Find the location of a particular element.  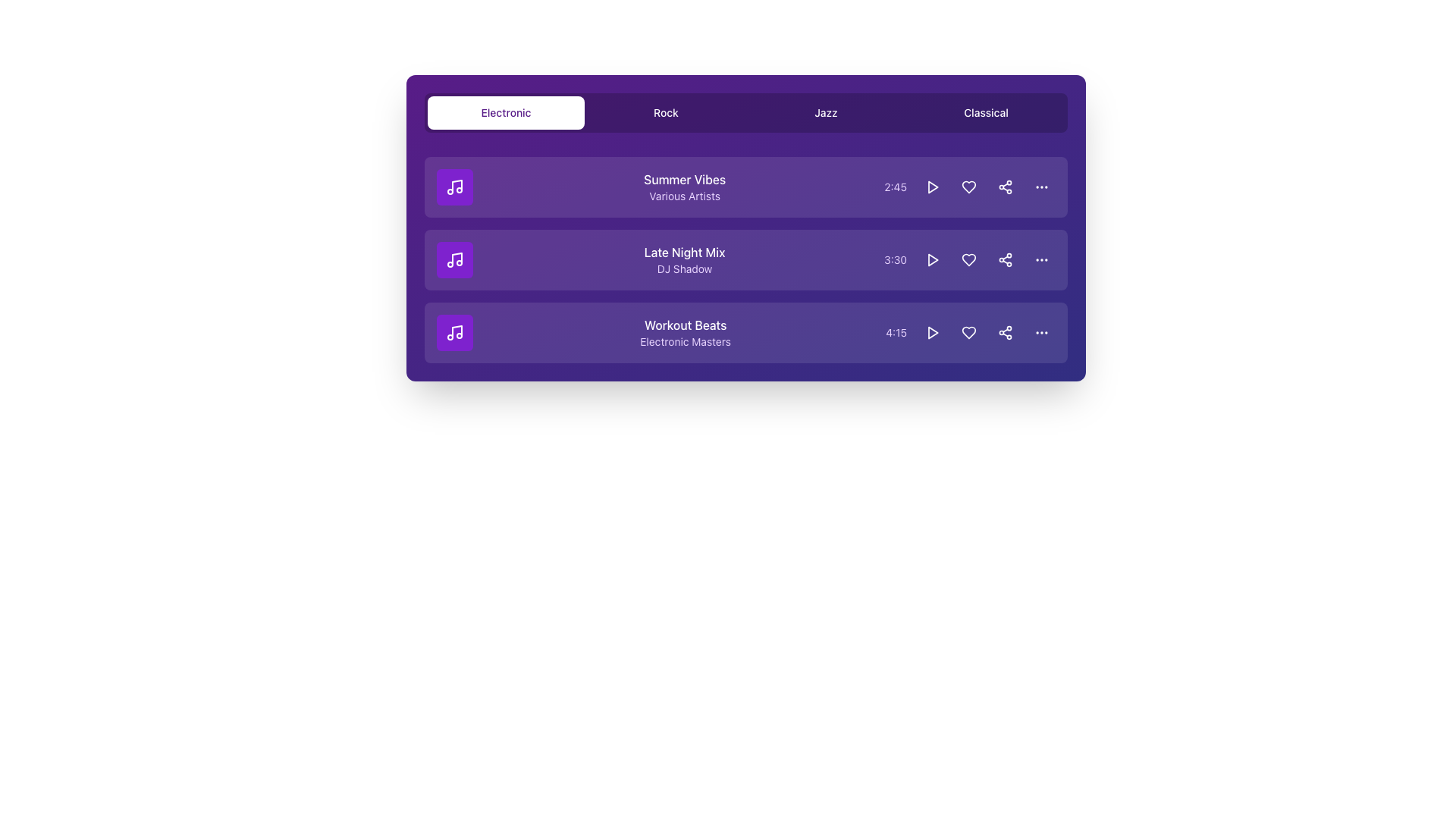

the triangular play icon button, which is white against a purple background, located in the right-most section of the third row within a list of media playback icons, to play the media is located at coordinates (931, 332).